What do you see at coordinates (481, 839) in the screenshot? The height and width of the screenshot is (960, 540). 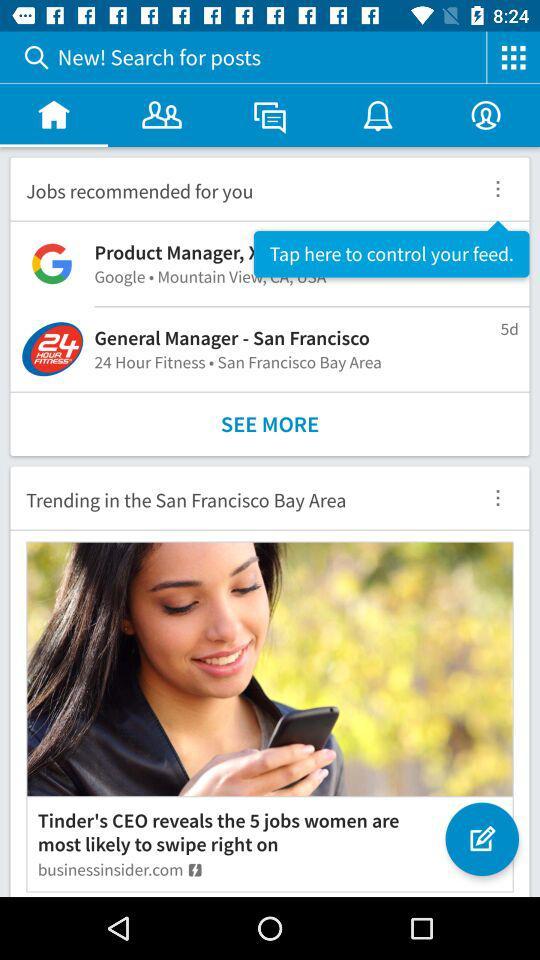 I see `the edit icon` at bounding box center [481, 839].